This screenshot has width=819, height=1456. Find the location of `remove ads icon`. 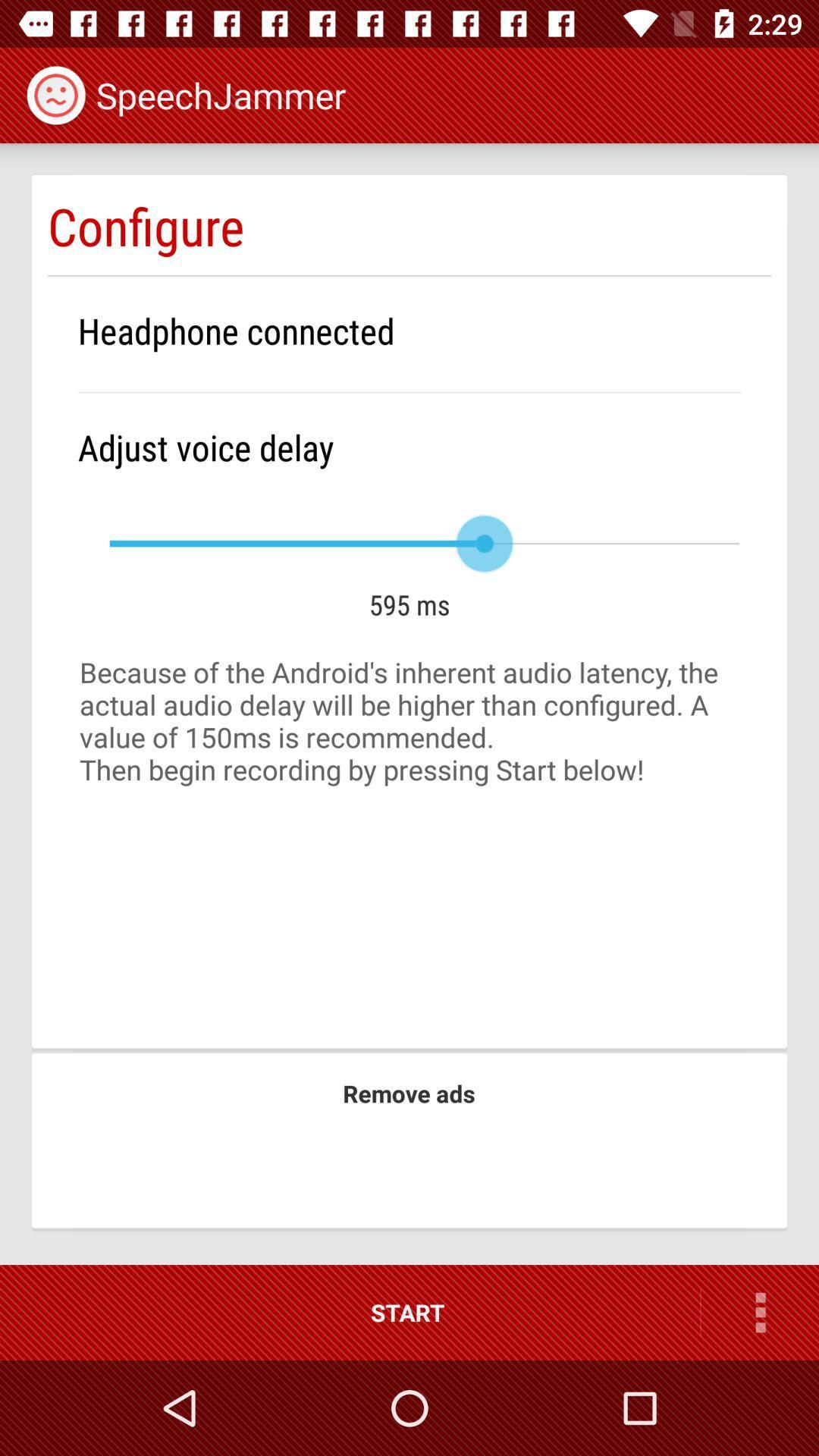

remove ads icon is located at coordinates (408, 1093).